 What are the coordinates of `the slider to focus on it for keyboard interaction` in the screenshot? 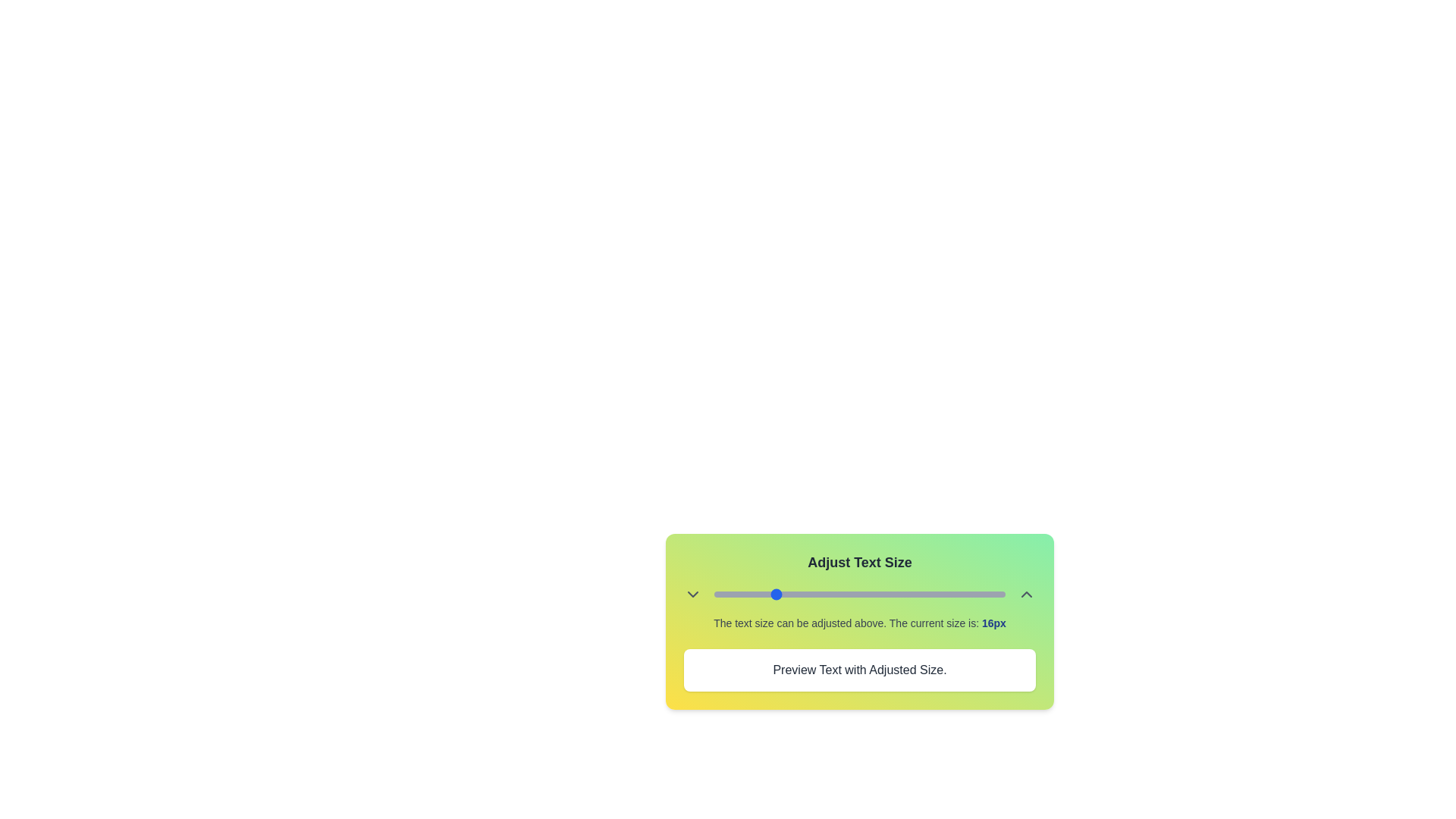 It's located at (859, 593).